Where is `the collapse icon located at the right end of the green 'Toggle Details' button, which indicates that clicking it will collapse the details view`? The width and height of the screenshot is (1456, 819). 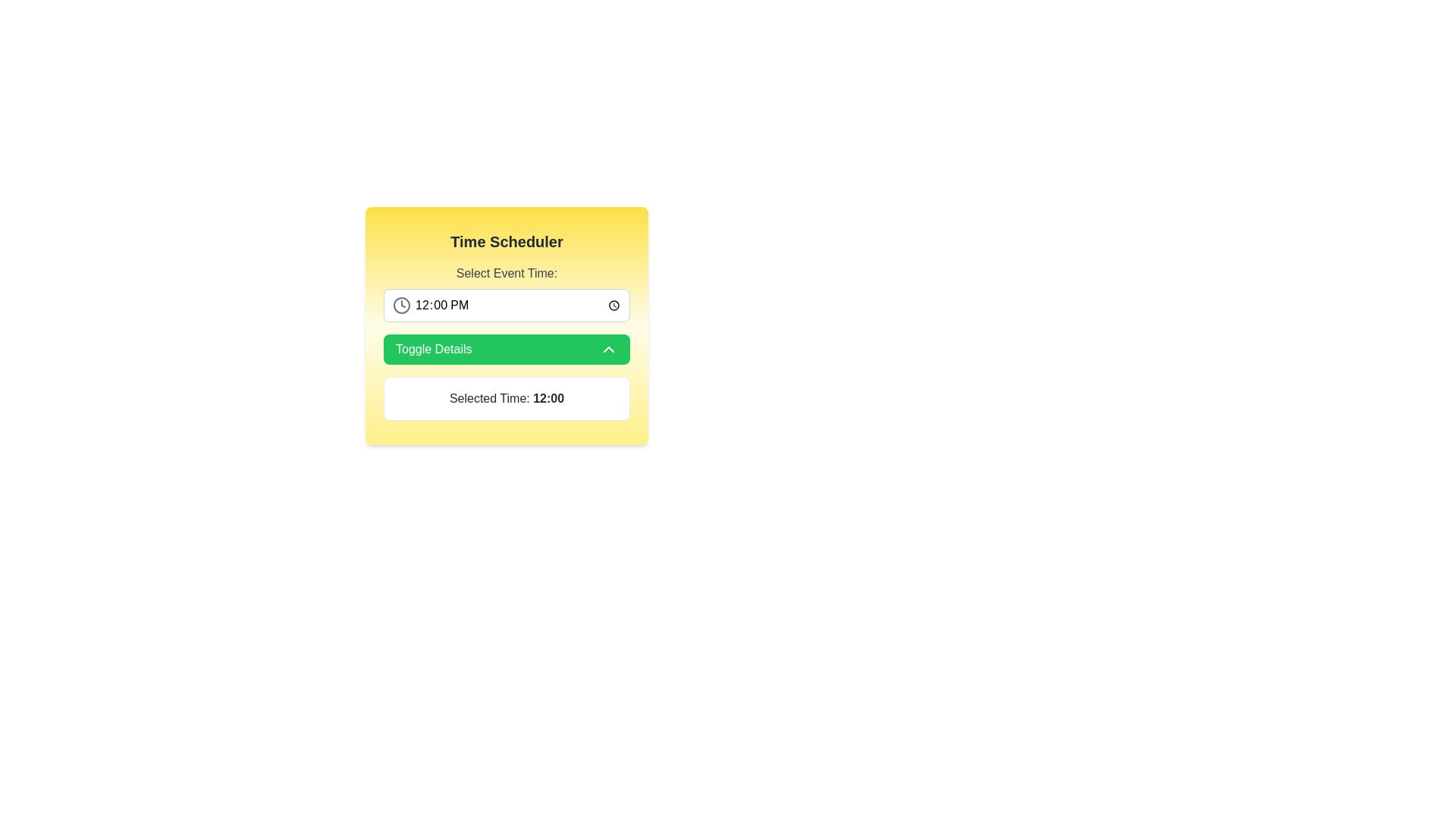
the collapse icon located at the right end of the green 'Toggle Details' button, which indicates that clicking it will collapse the details view is located at coordinates (608, 350).